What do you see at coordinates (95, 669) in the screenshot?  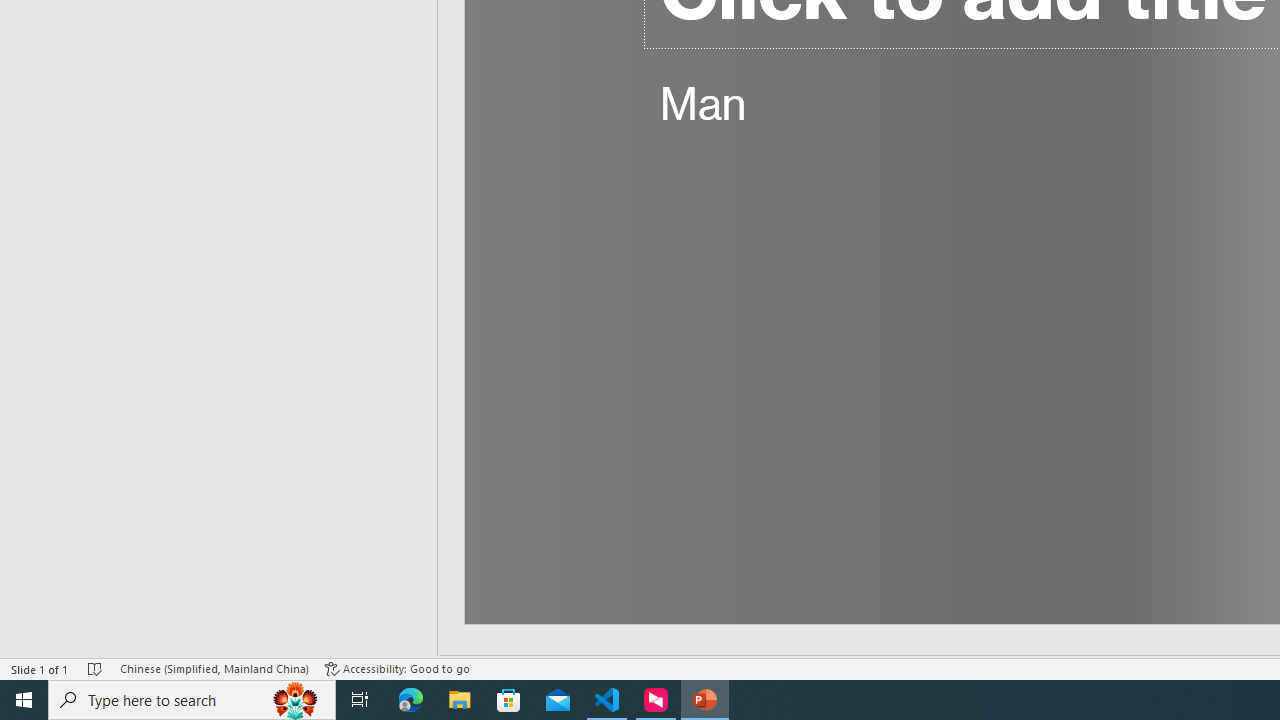 I see `'Spell Check No Errors'` at bounding box center [95, 669].